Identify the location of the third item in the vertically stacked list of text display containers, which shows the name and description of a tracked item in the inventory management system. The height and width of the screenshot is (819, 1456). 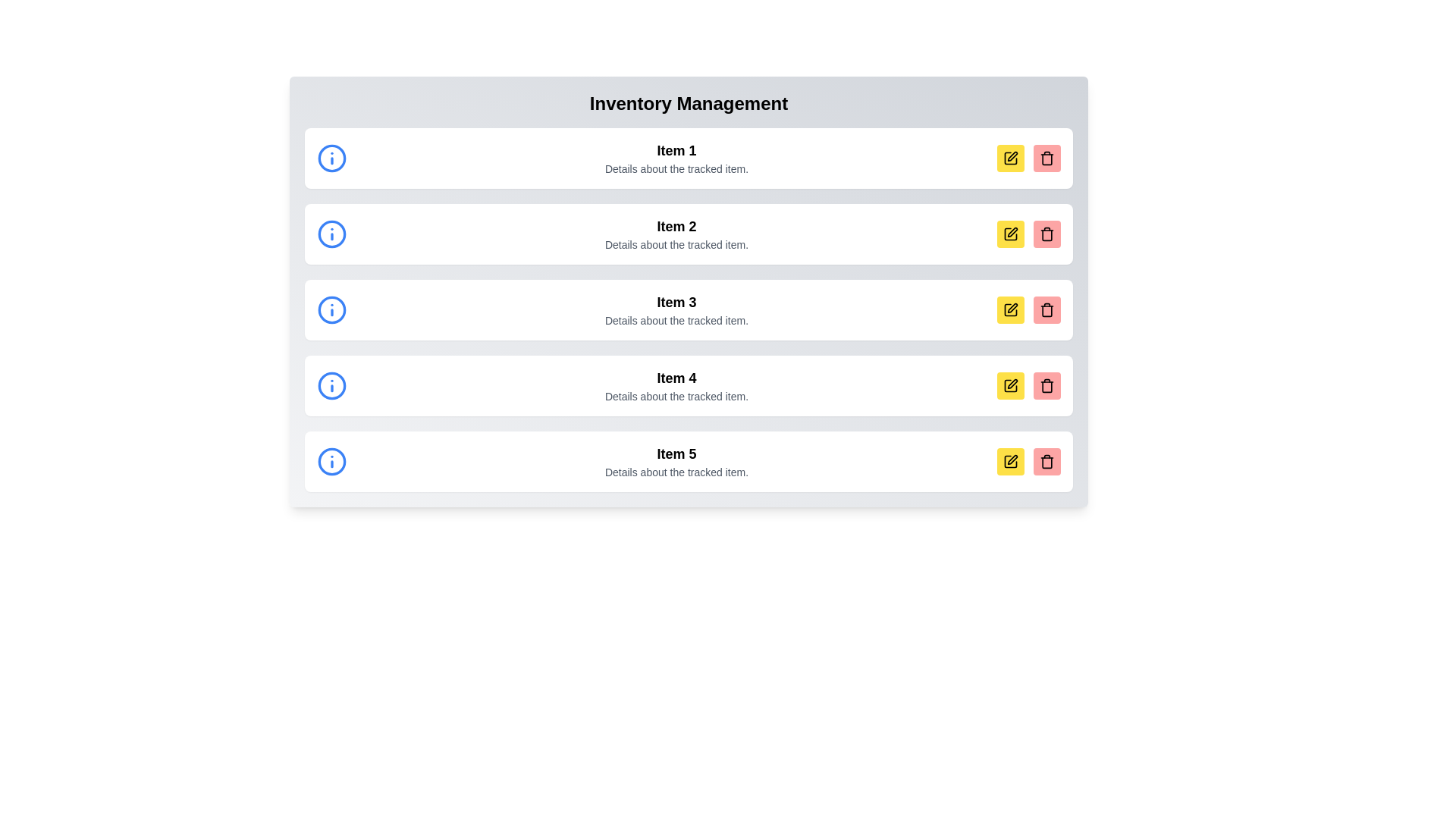
(676, 309).